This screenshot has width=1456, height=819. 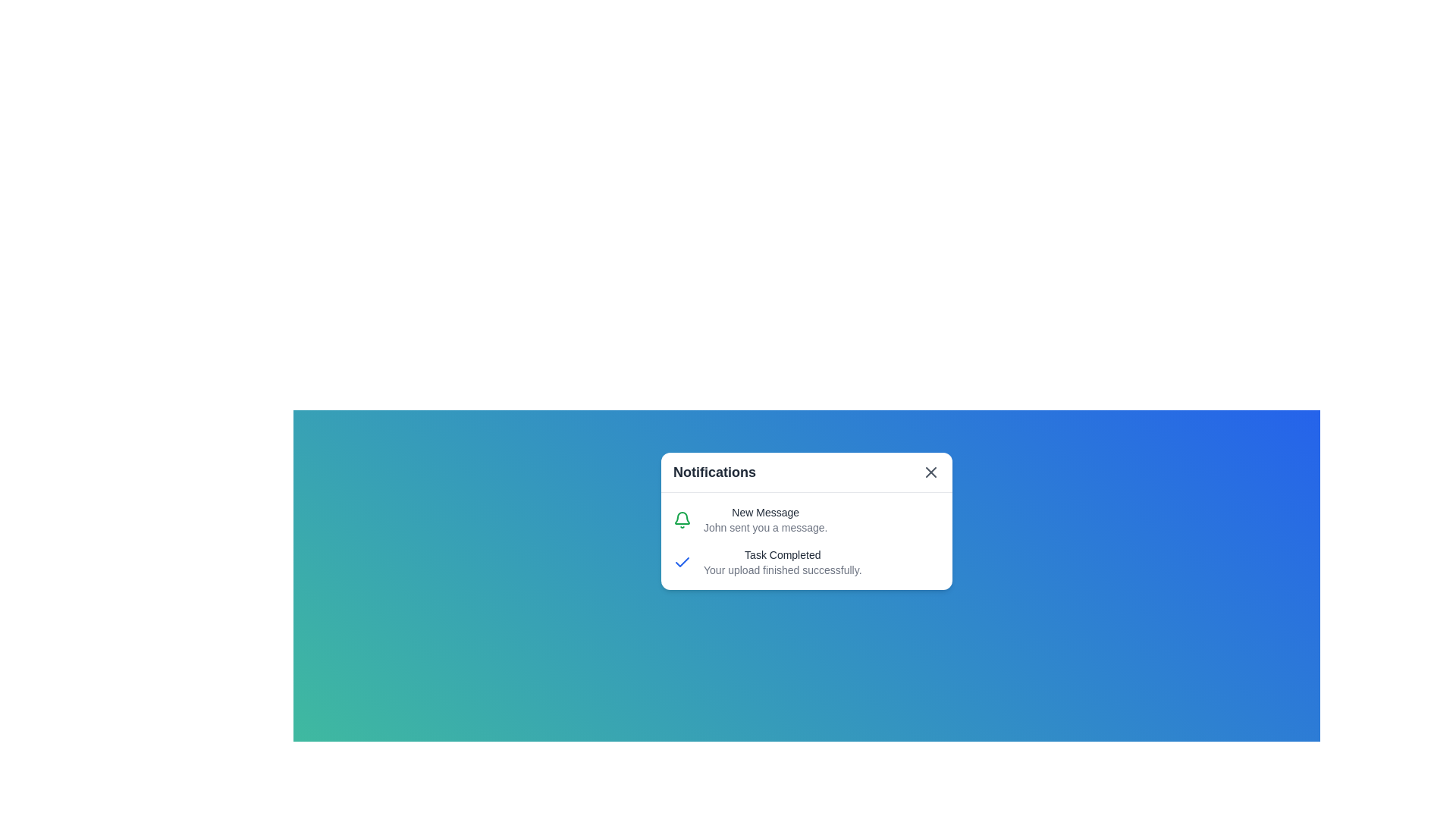 I want to click on the notification status by interacting with the bell icon styled with a green outline, located to the left of the 'New Message' section, so click(x=682, y=519).